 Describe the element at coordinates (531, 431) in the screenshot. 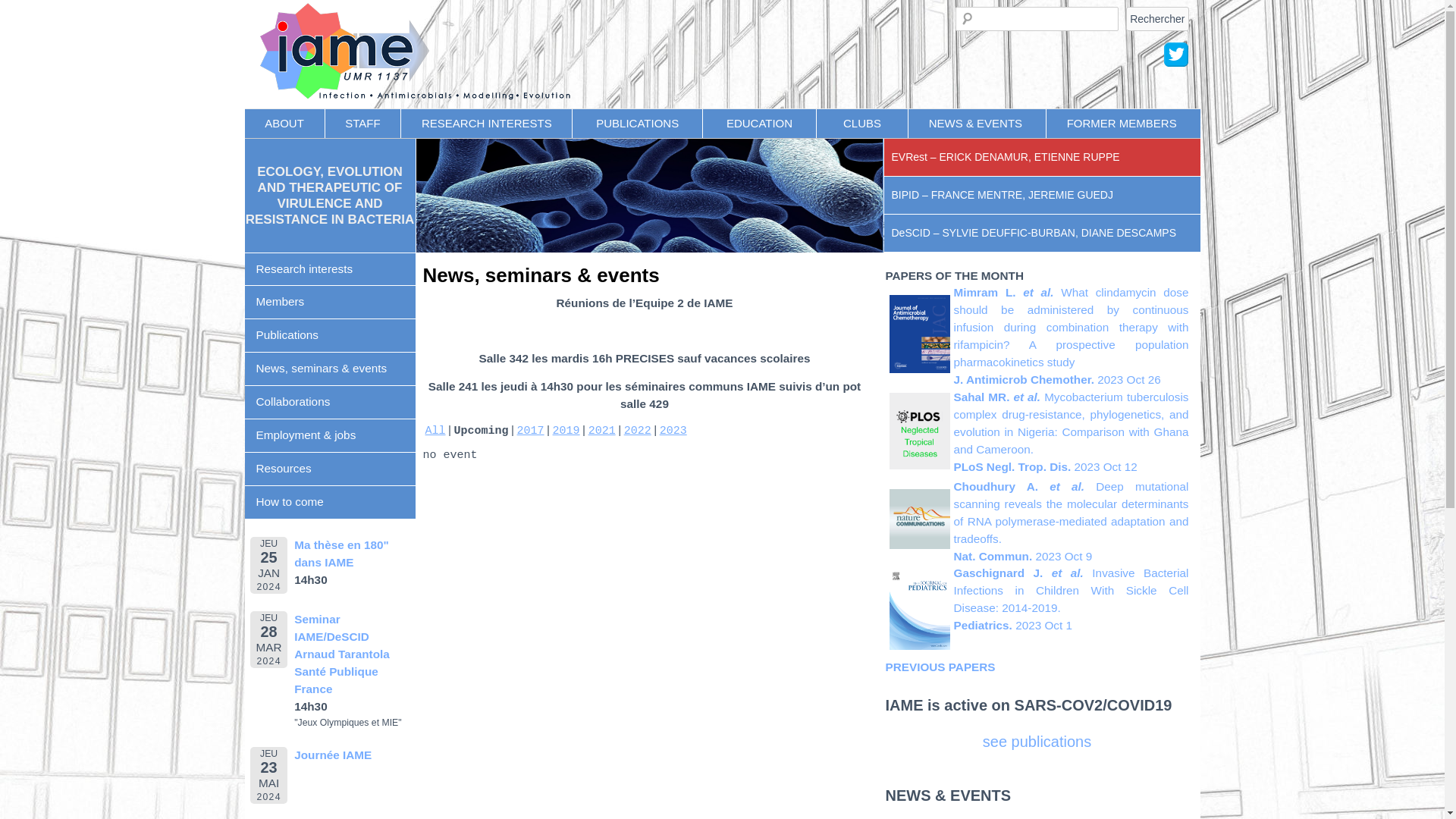

I see `'2017'` at that location.